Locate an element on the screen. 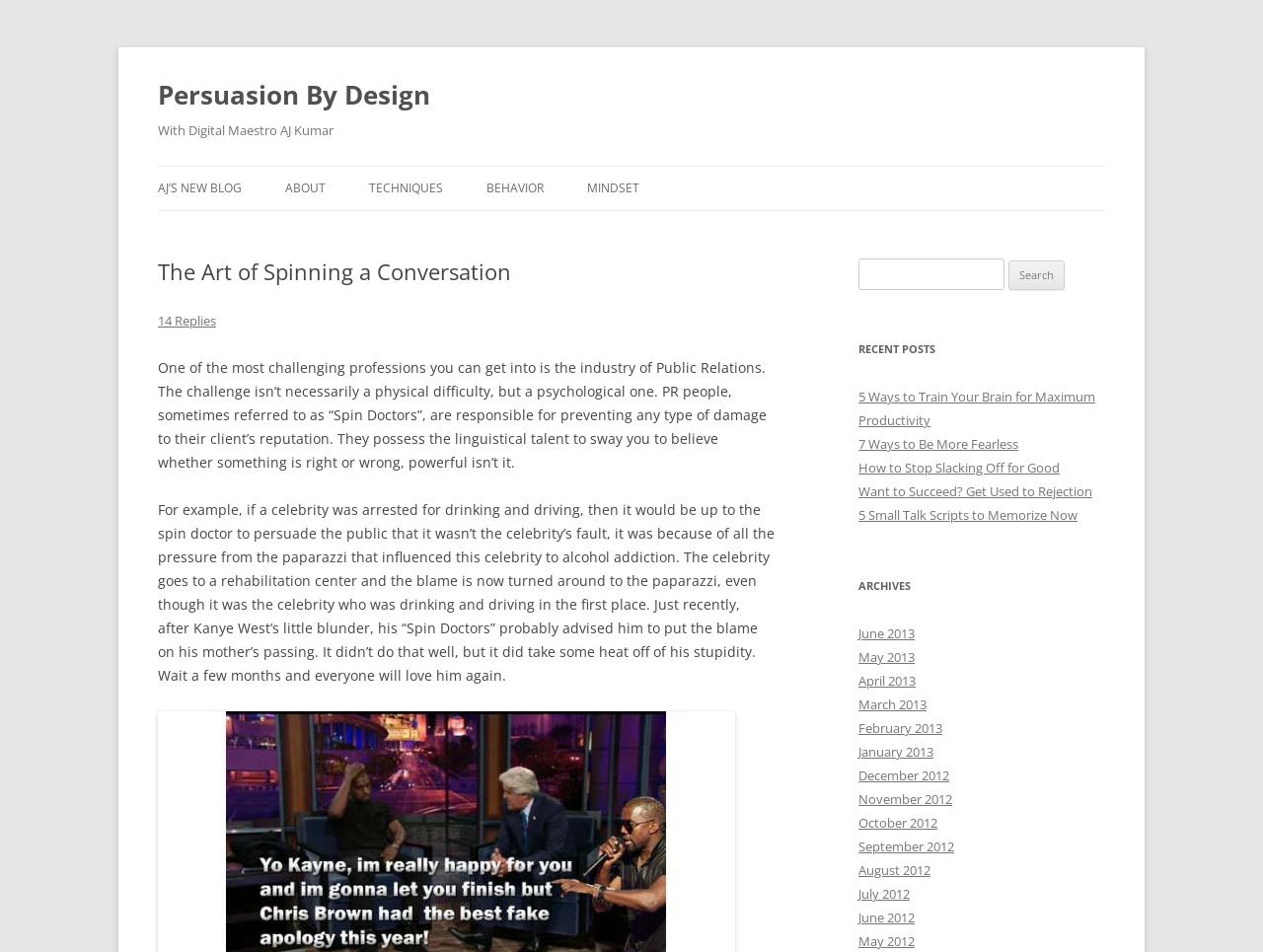 The height and width of the screenshot is (952, 1263). 'May 2013' is located at coordinates (858, 657).